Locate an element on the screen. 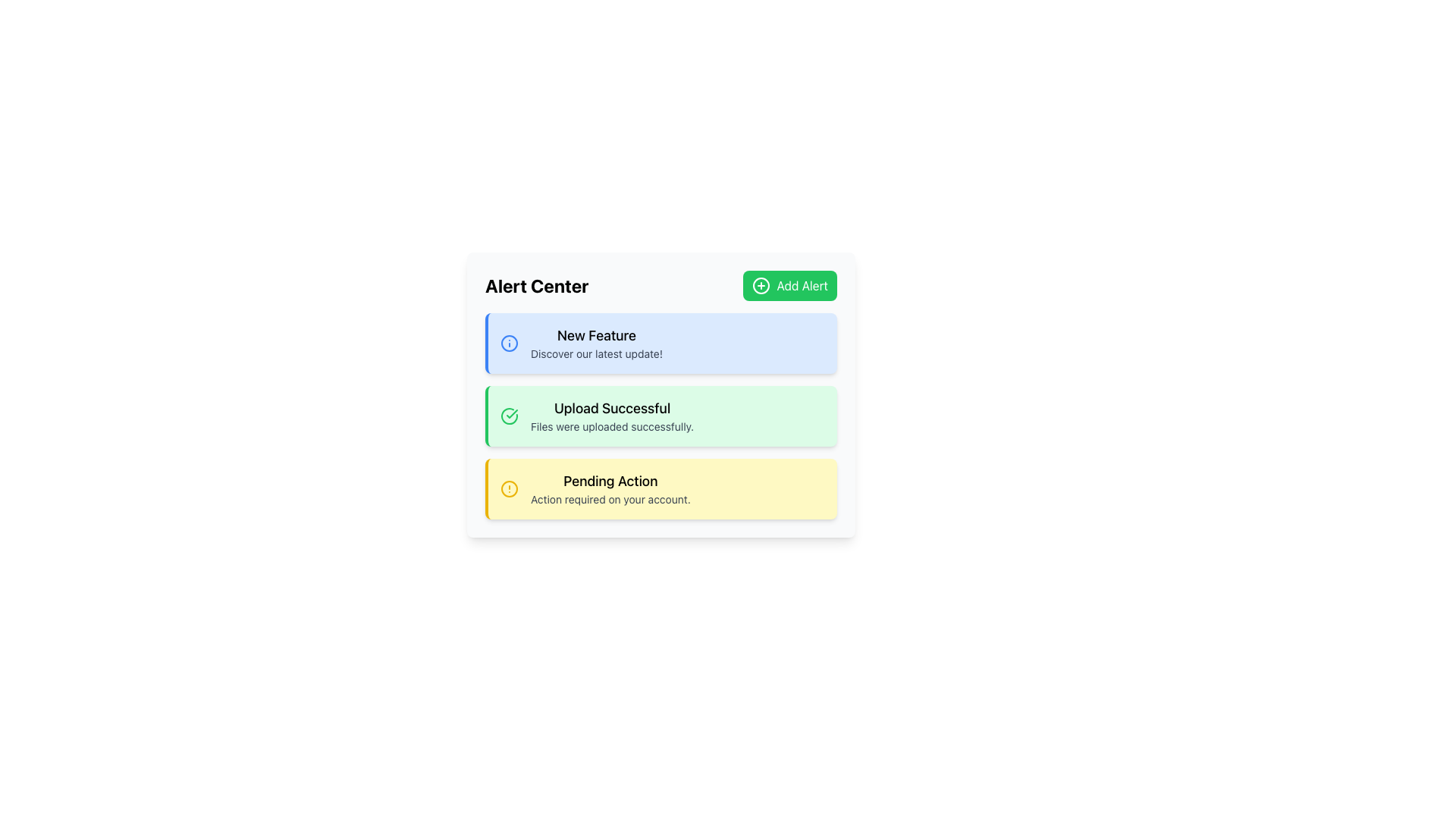  static text displaying 'Discover our latest update!' located beneath the 'New Feature' title in the light blue notification panel is located at coordinates (596, 353).